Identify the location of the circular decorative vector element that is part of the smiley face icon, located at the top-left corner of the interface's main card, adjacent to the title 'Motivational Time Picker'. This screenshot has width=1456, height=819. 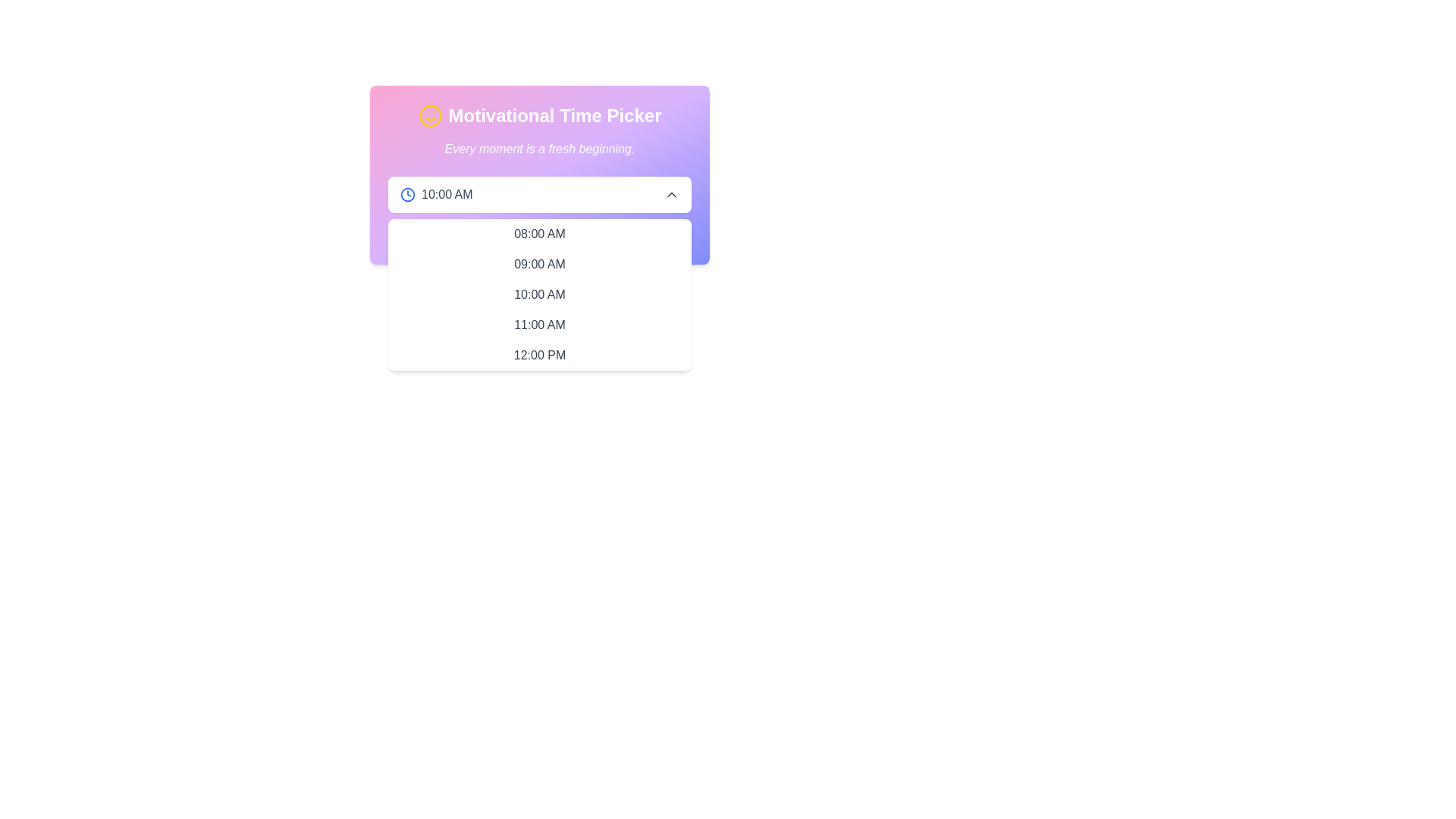
(429, 115).